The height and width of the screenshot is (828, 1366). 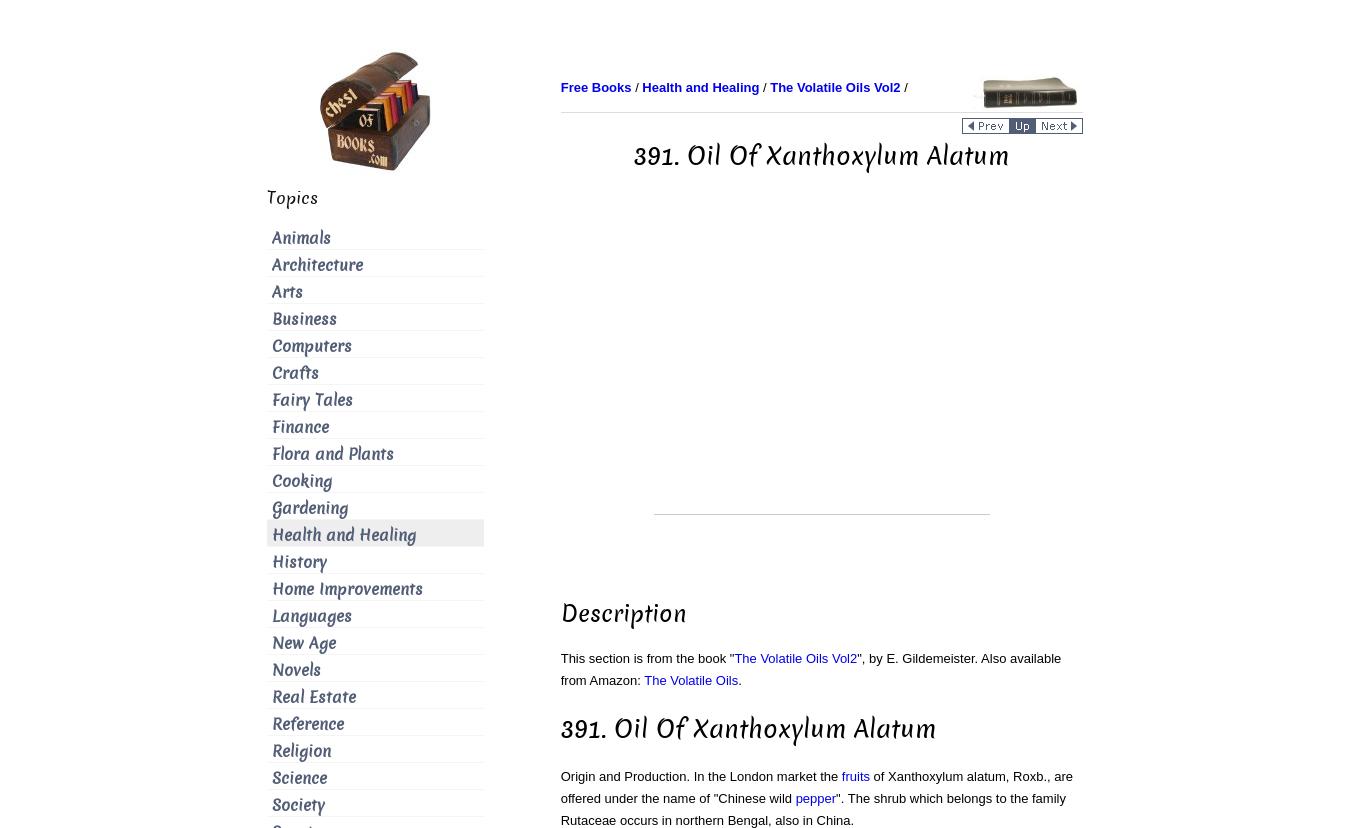 I want to click on 'Cooking', so click(x=302, y=480).